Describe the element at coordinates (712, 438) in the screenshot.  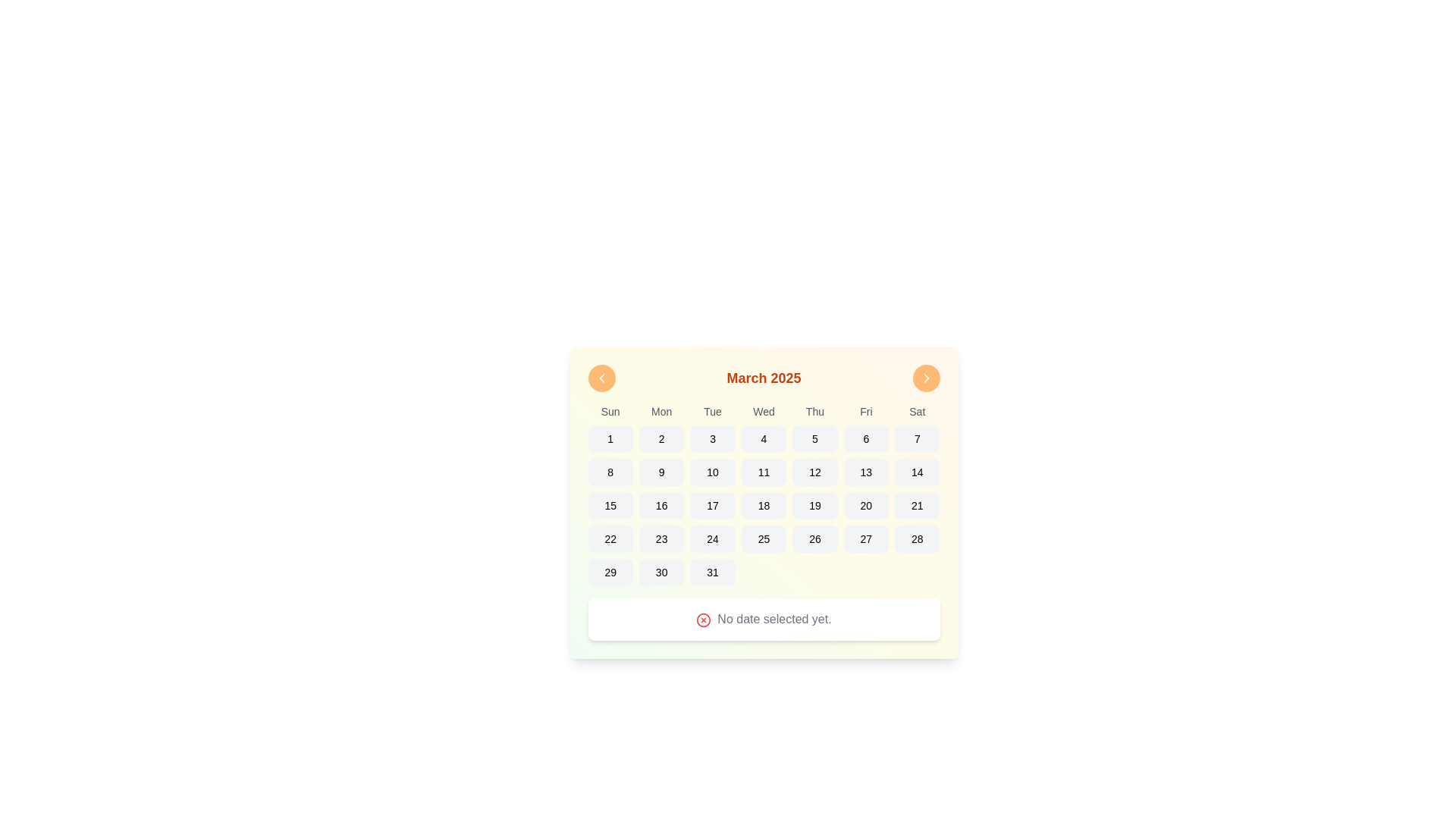
I see `the button representing the date '3' in the calendar interface located under the 'Tue' column` at that location.